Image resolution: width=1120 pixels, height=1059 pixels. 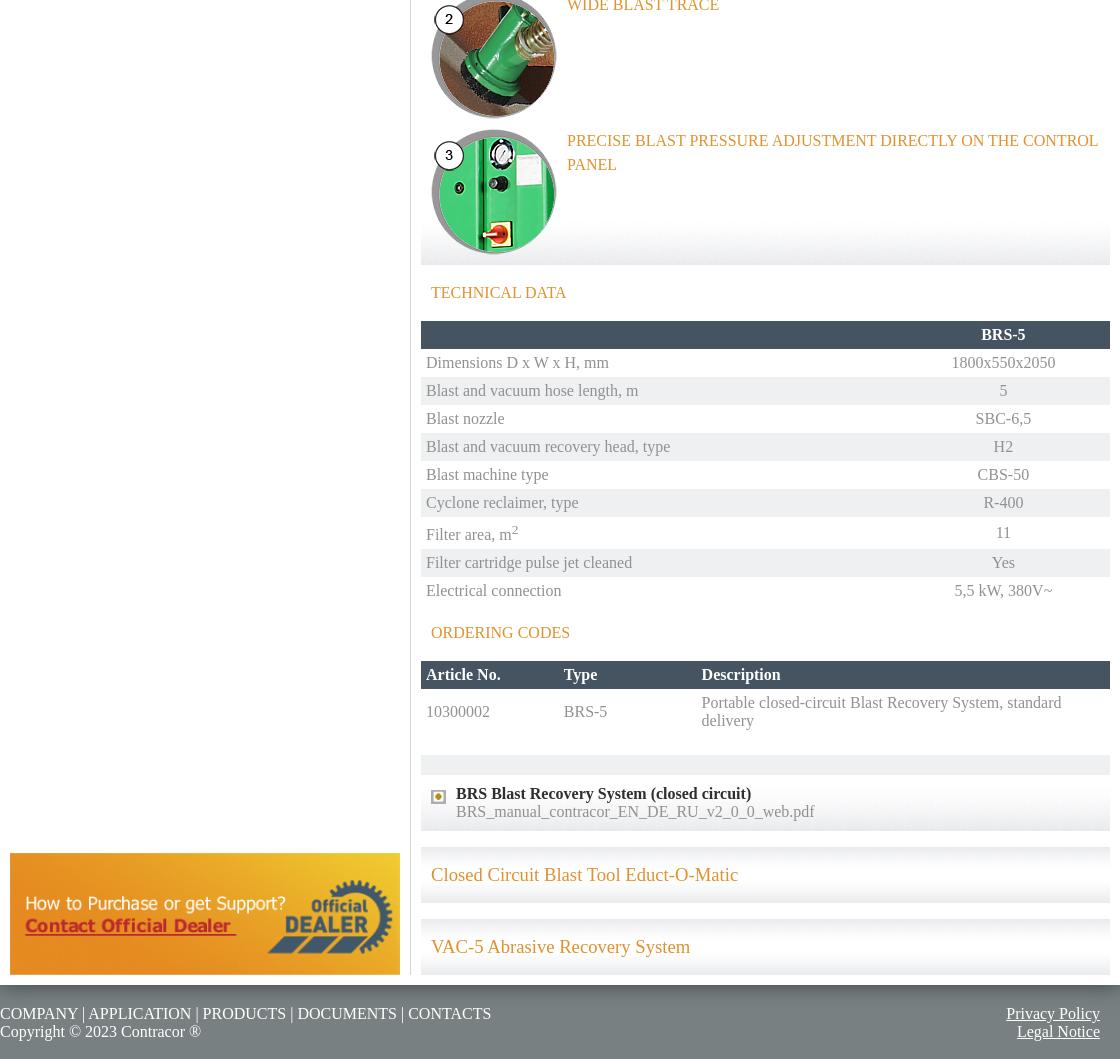 What do you see at coordinates (38, 1011) in the screenshot?
I see `'COMPANY'` at bounding box center [38, 1011].